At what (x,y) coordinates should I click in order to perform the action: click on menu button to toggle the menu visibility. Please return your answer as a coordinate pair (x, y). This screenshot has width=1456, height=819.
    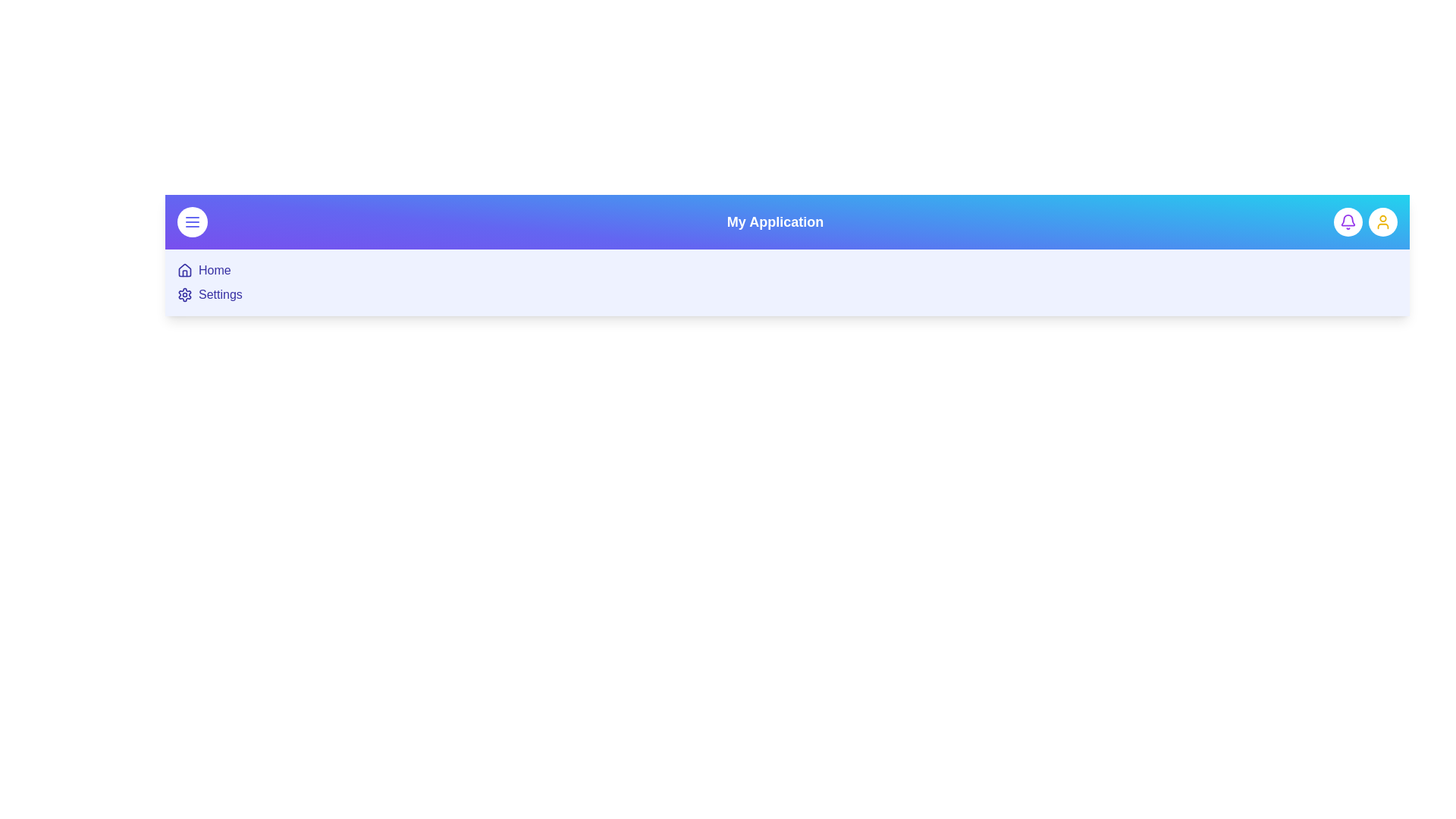
    Looking at the image, I should click on (192, 222).